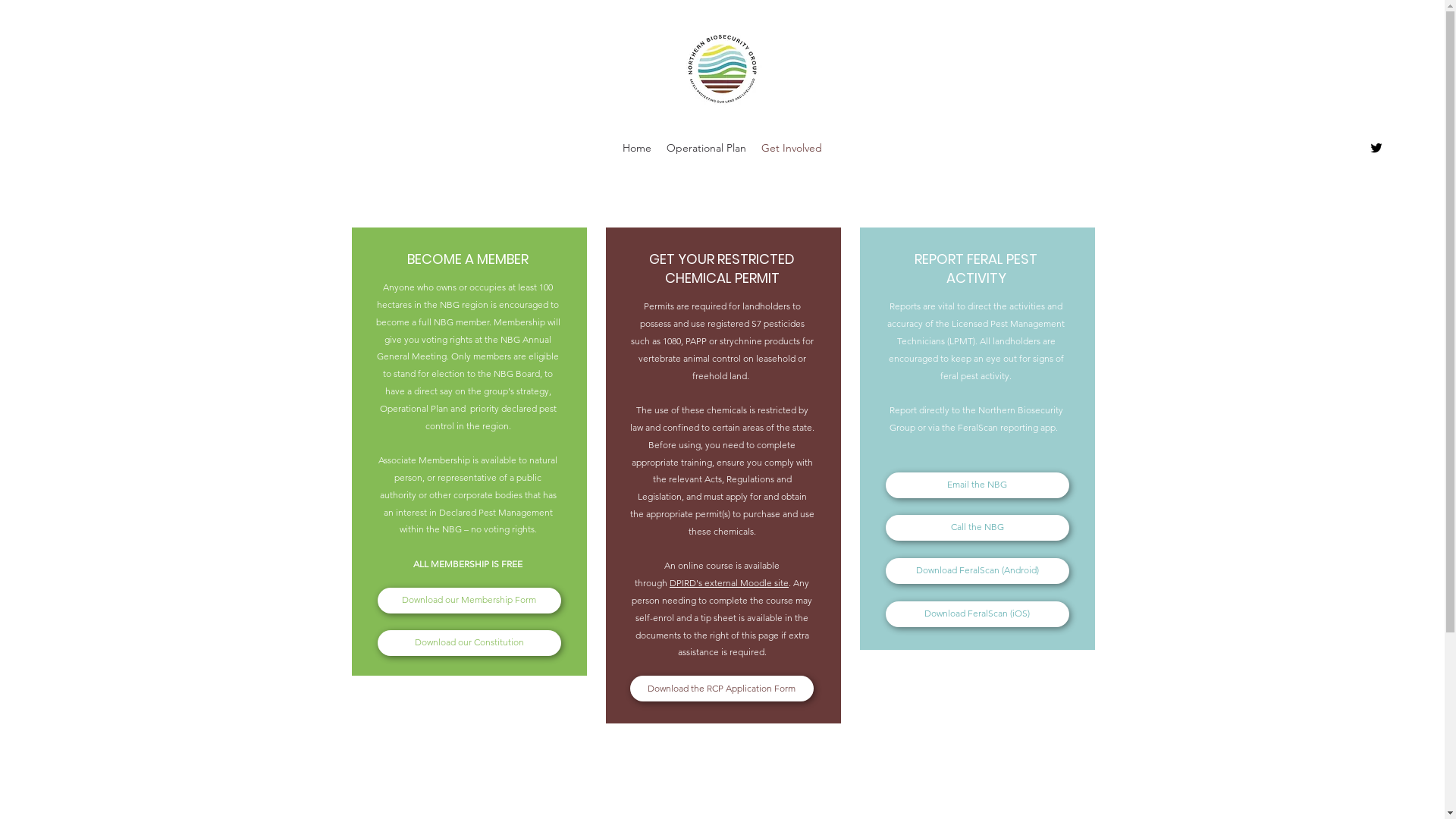 The image size is (1456, 819). Describe the element at coordinates (977, 485) in the screenshot. I see `'Email the NBG'` at that location.